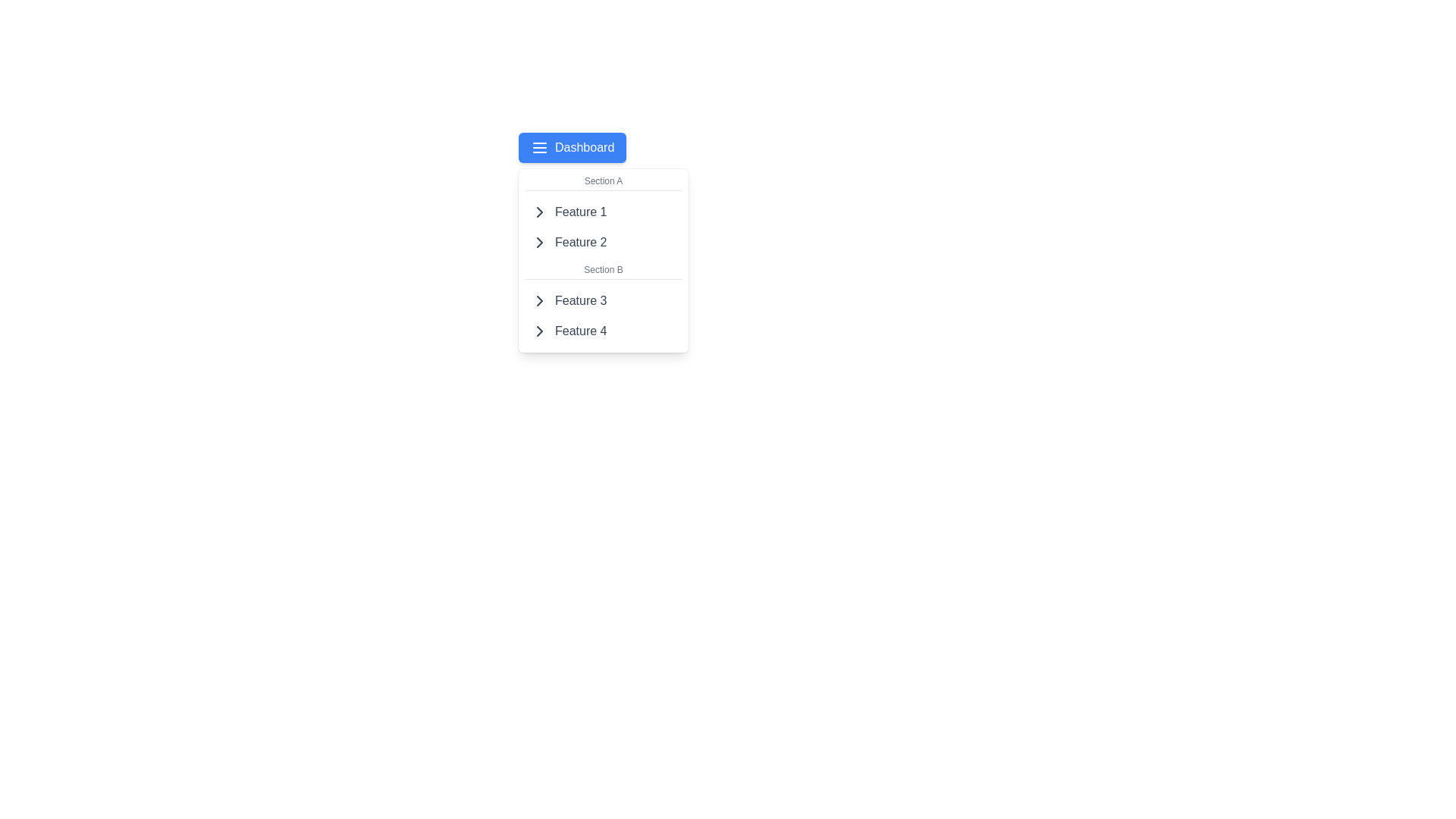 The image size is (1456, 819). What do you see at coordinates (603, 279) in the screenshot?
I see `the second horizontal separator line within the dropdown menu, which visually separates 'Section B' and 'Feature 3'` at bounding box center [603, 279].